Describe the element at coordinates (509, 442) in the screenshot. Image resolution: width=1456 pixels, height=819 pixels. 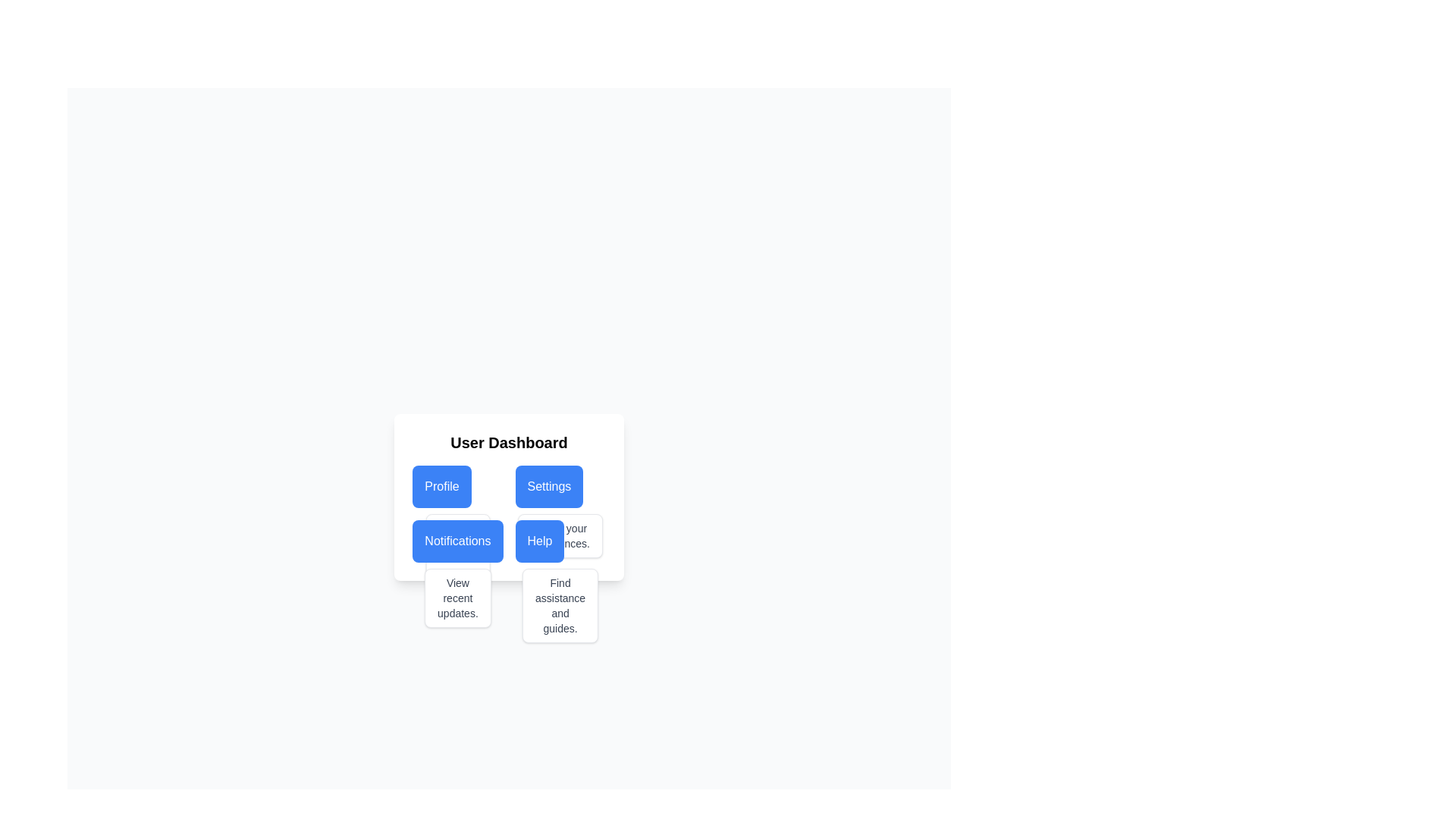
I see `the Header Text element located at the top-center of the panel, which indicates the purpose of the content below and precedes the grid section with interactive buttons` at that location.